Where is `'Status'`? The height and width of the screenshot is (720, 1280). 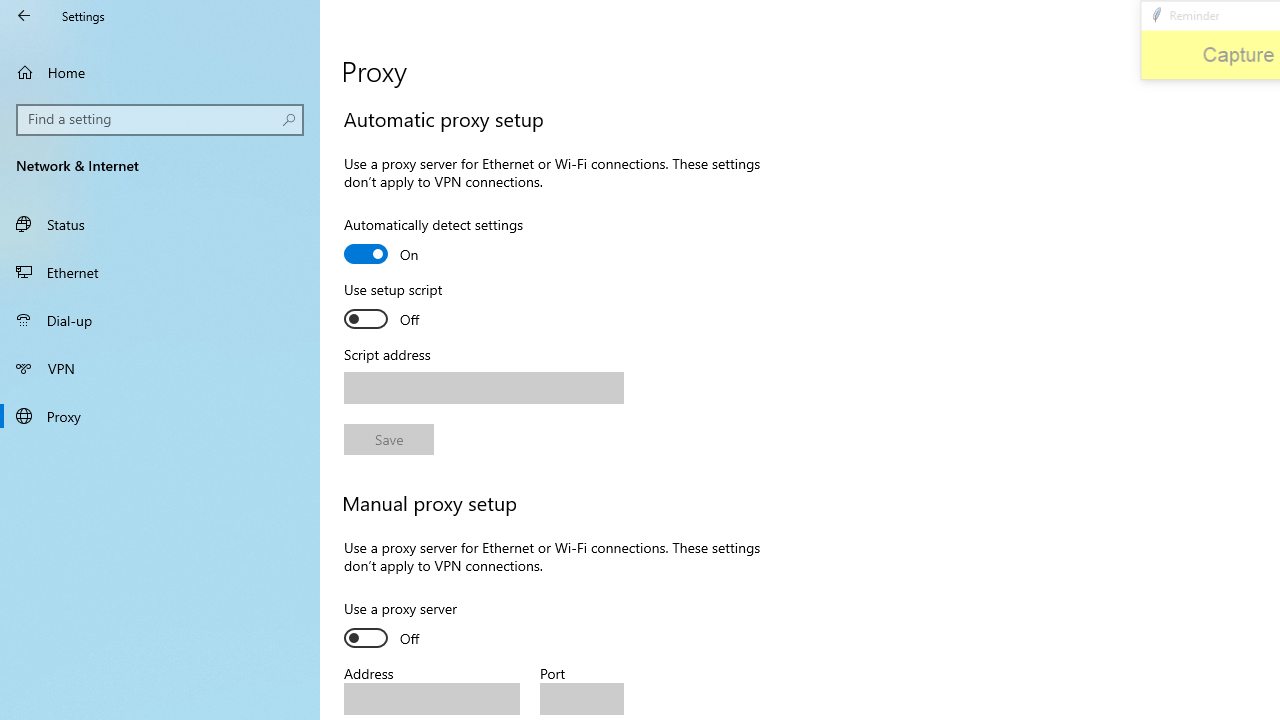
'Status' is located at coordinates (160, 223).